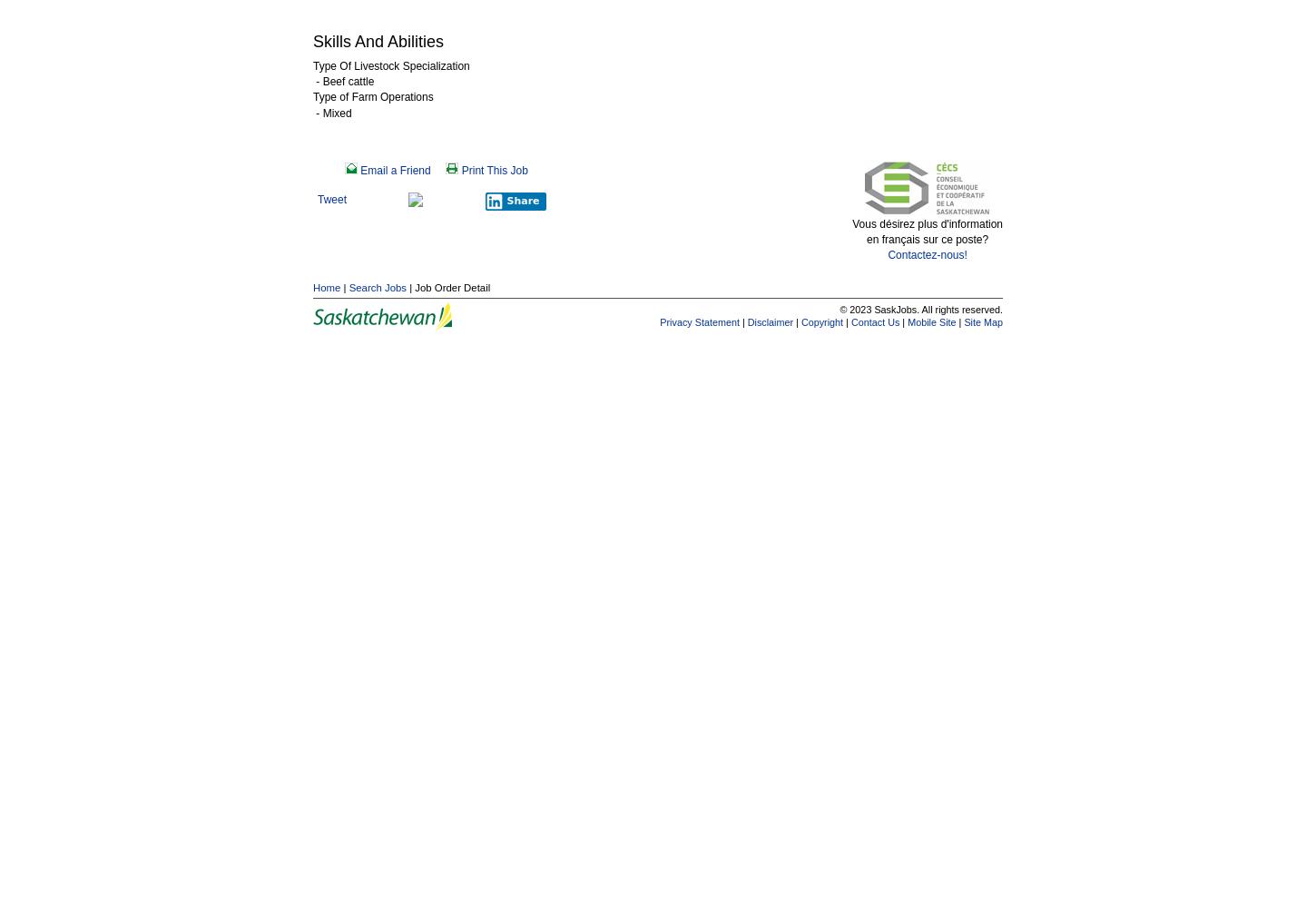 This screenshot has width=1316, height=908. Describe the element at coordinates (927, 222) in the screenshot. I see `'Vous désirez plus d'information'` at that location.